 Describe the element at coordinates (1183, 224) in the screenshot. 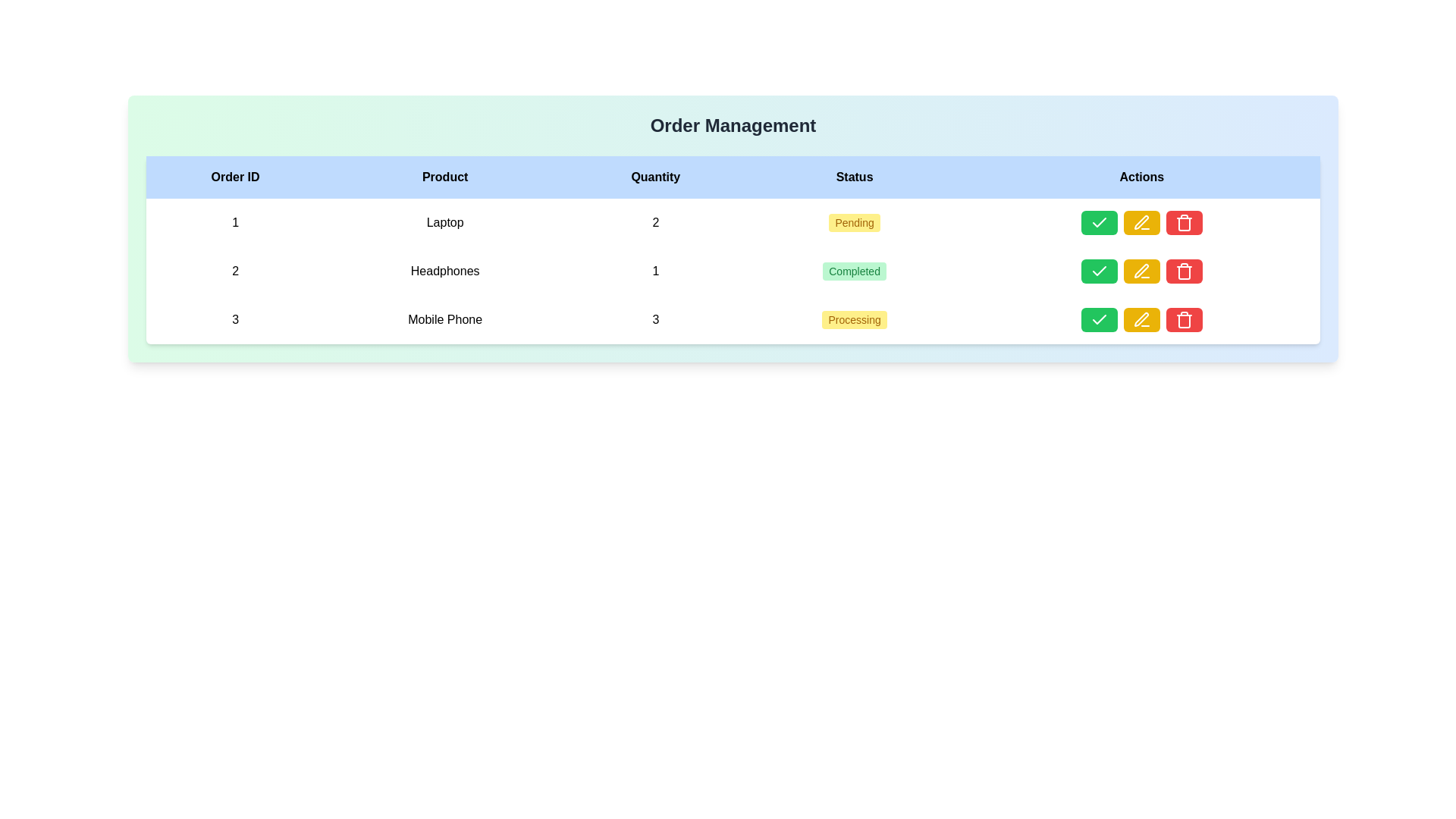

I see `the red trash bin icon, which is the third icon in the 'Actions' column of the third row` at that location.